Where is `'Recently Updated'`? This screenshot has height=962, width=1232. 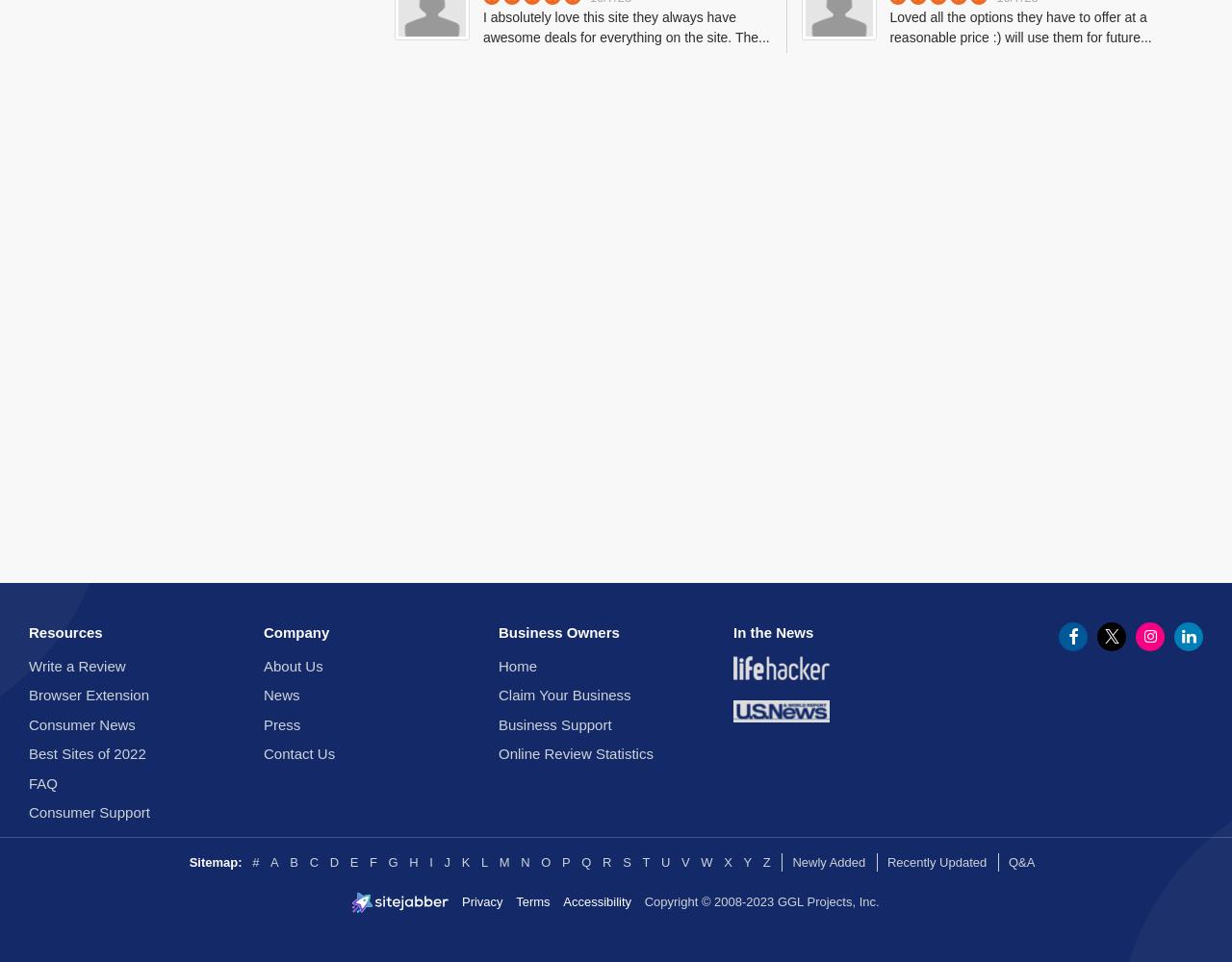 'Recently Updated' is located at coordinates (937, 861).